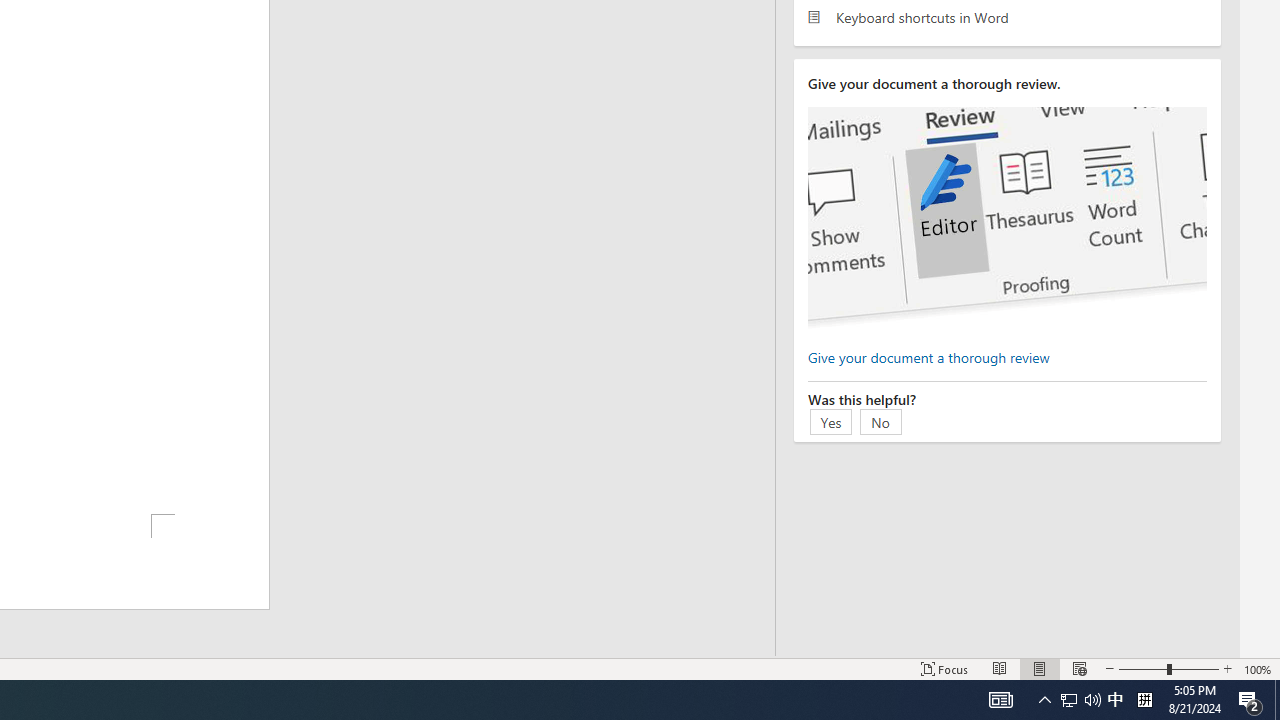 The height and width of the screenshot is (720, 1280). I want to click on 'Keyboard shortcuts in Word', so click(1007, 17).